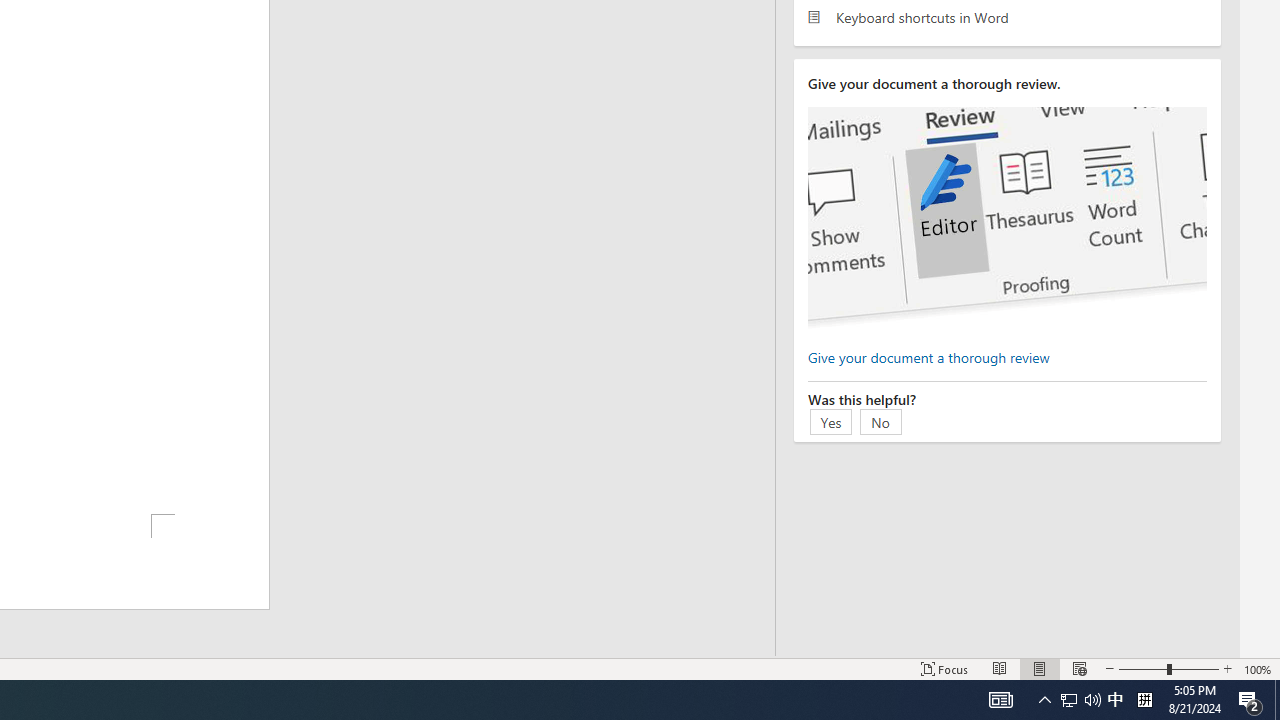 The height and width of the screenshot is (720, 1280). I want to click on 'Keyboard shortcuts in Word', so click(1007, 17).